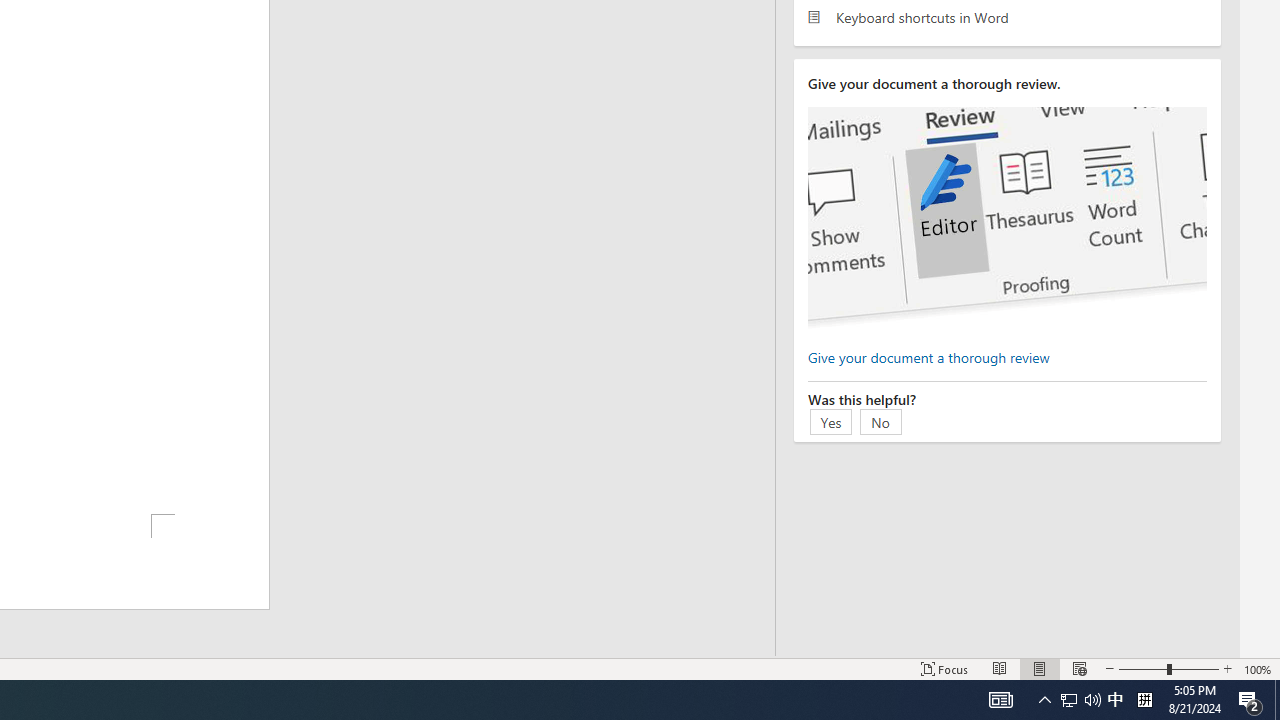 The height and width of the screenshot is (720, 1280). I want to click on 'Keyboard shortcuts in Word', so click(1007, 17).